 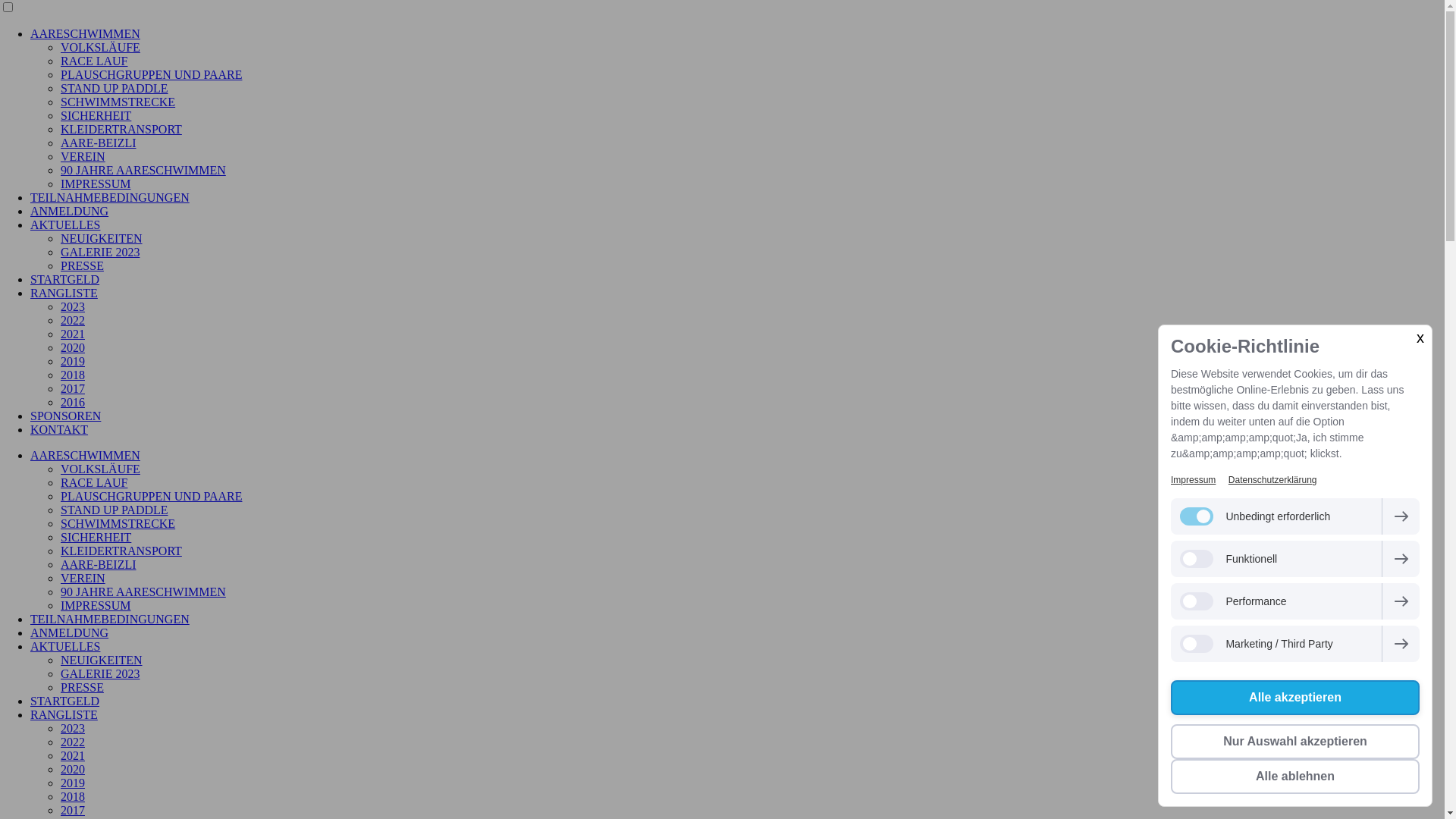 What do you see at coordinates (64, 224) in the screenshot?
I see `'AKTUELLES'` at bounding box center [64, 224].